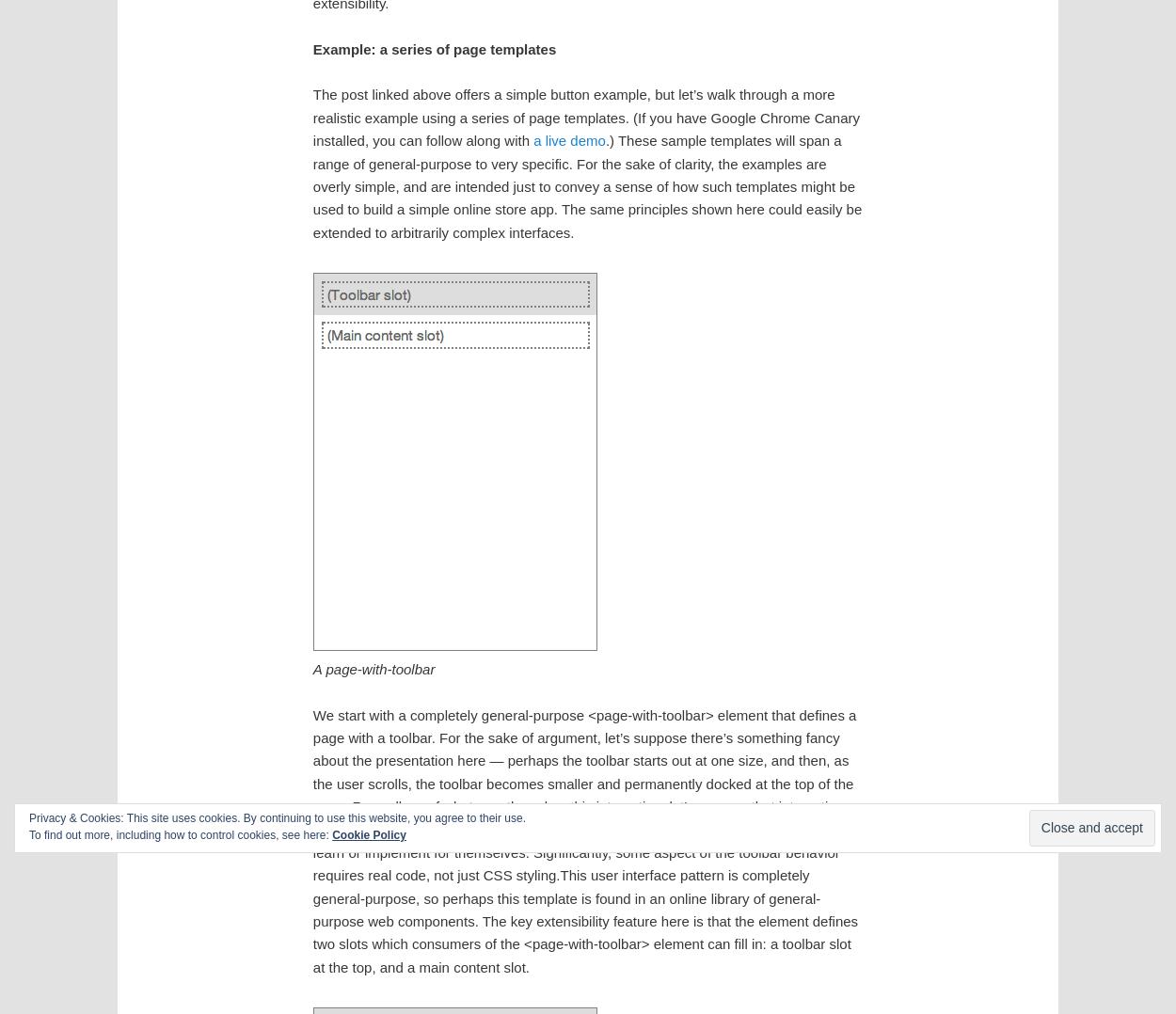  Describe the element at coordinates (584, 840) in the screenshot. I see `'We start with a completely general-purpose <page-with-toolbar> element that defines a page with a toolbar. For the sake of argument, let’s suppose there’s something fancy about the presentation here — perhaps the toolbar starts out at one size, and then, as the user scrolls, the toolbar becomes smaller and permanently docked at the top of the page. Regardless of what exactly makes this interesting, let’s assume that interesting stuff entails web ninja tricks the average designer or developer doesn’t have the time to learn or implement for themselves. Significantly, some aspect of the toolbar behavior requires real code, not just CSS styling.This user interface pattern is completely general-purpose, so perhaps this template is found in an online library of general-purpose web components. The key extensibility feature here is that the element defines two slots which consumers of the <page-with-toolbar> element can fill in: a toolbar slot at the top, and a main content slot.'` at that location.